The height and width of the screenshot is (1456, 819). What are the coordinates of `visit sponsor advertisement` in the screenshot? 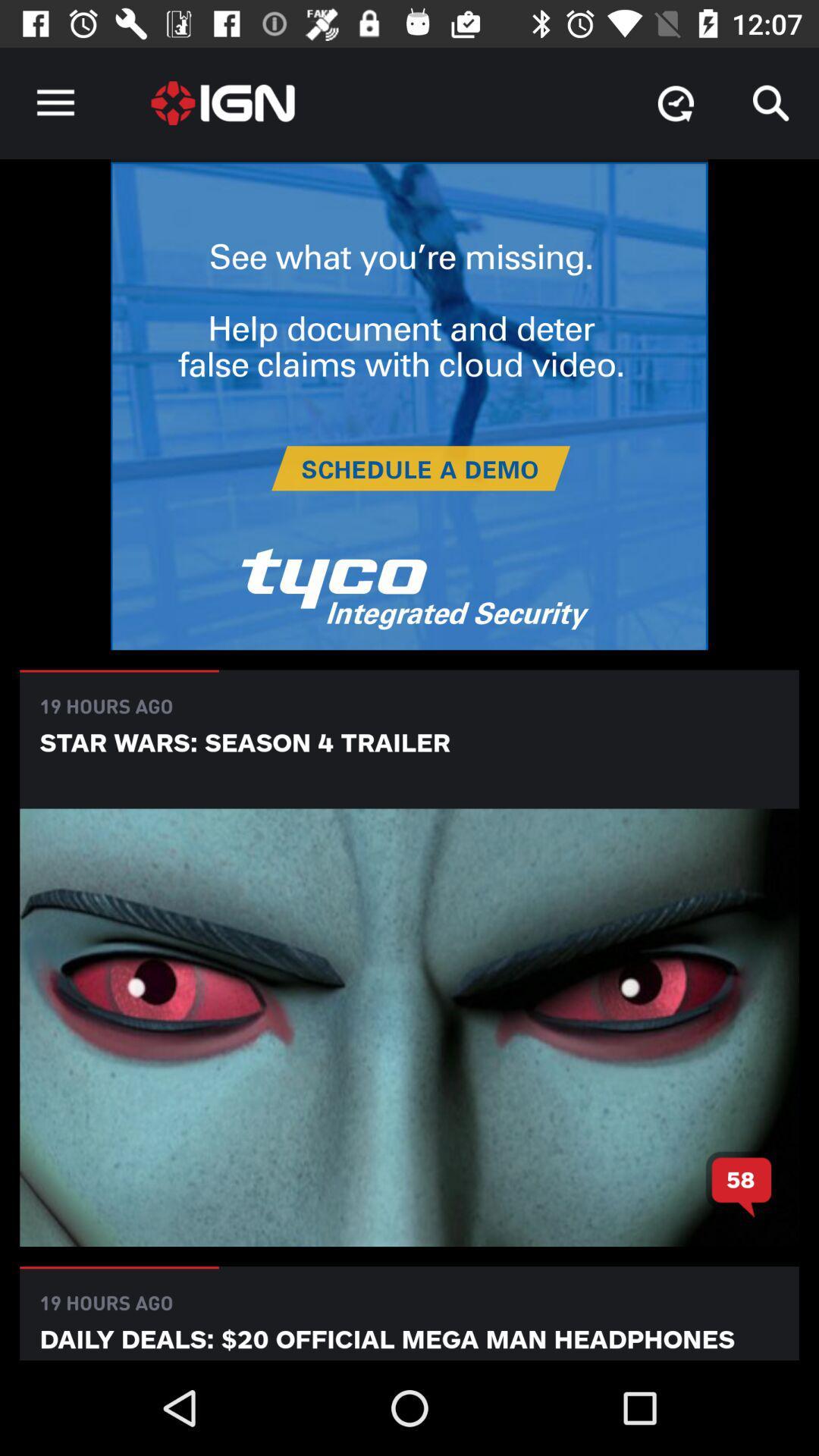 It's located at (409, 406).